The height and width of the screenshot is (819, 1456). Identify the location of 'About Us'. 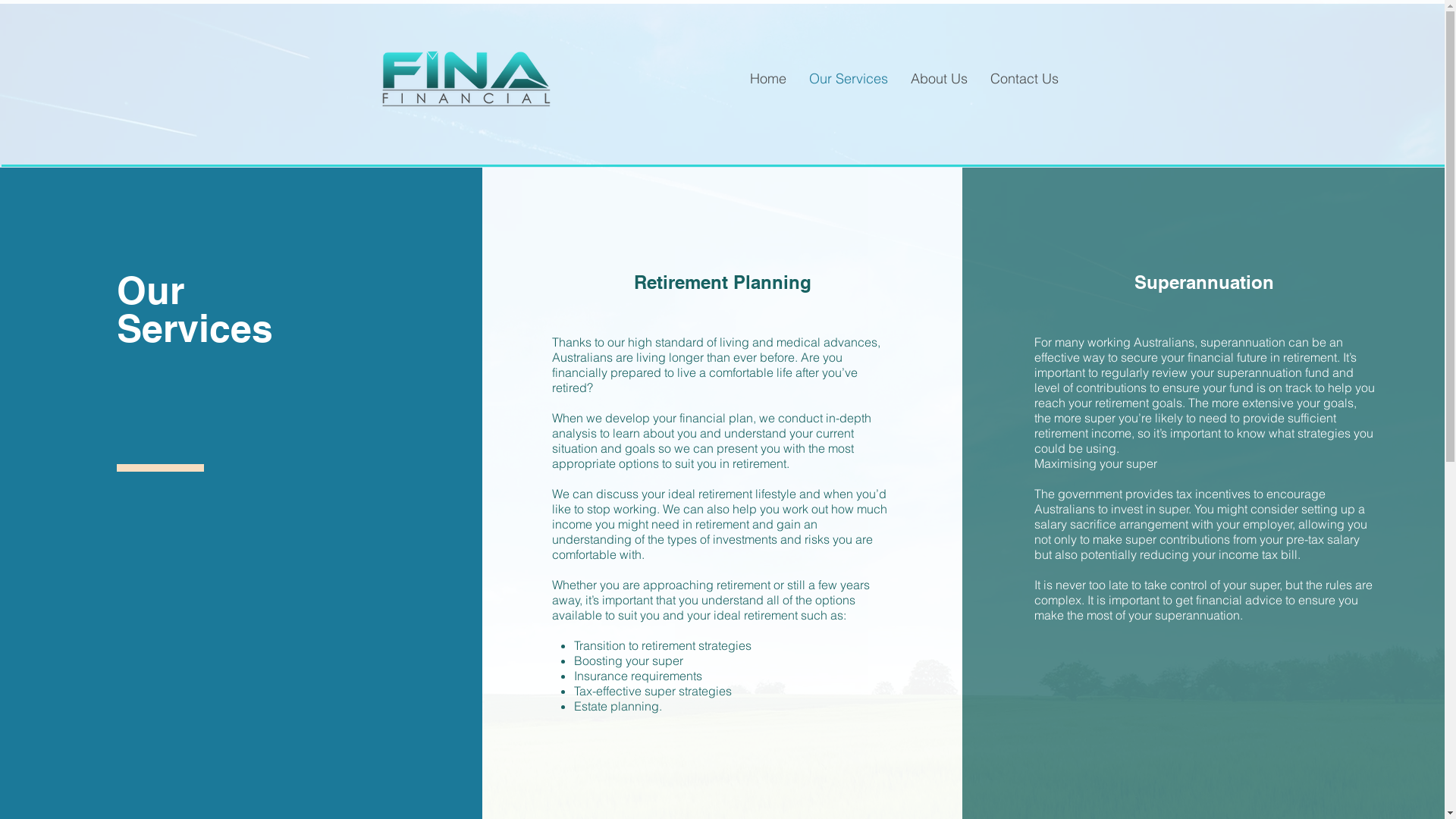
(938, 79).